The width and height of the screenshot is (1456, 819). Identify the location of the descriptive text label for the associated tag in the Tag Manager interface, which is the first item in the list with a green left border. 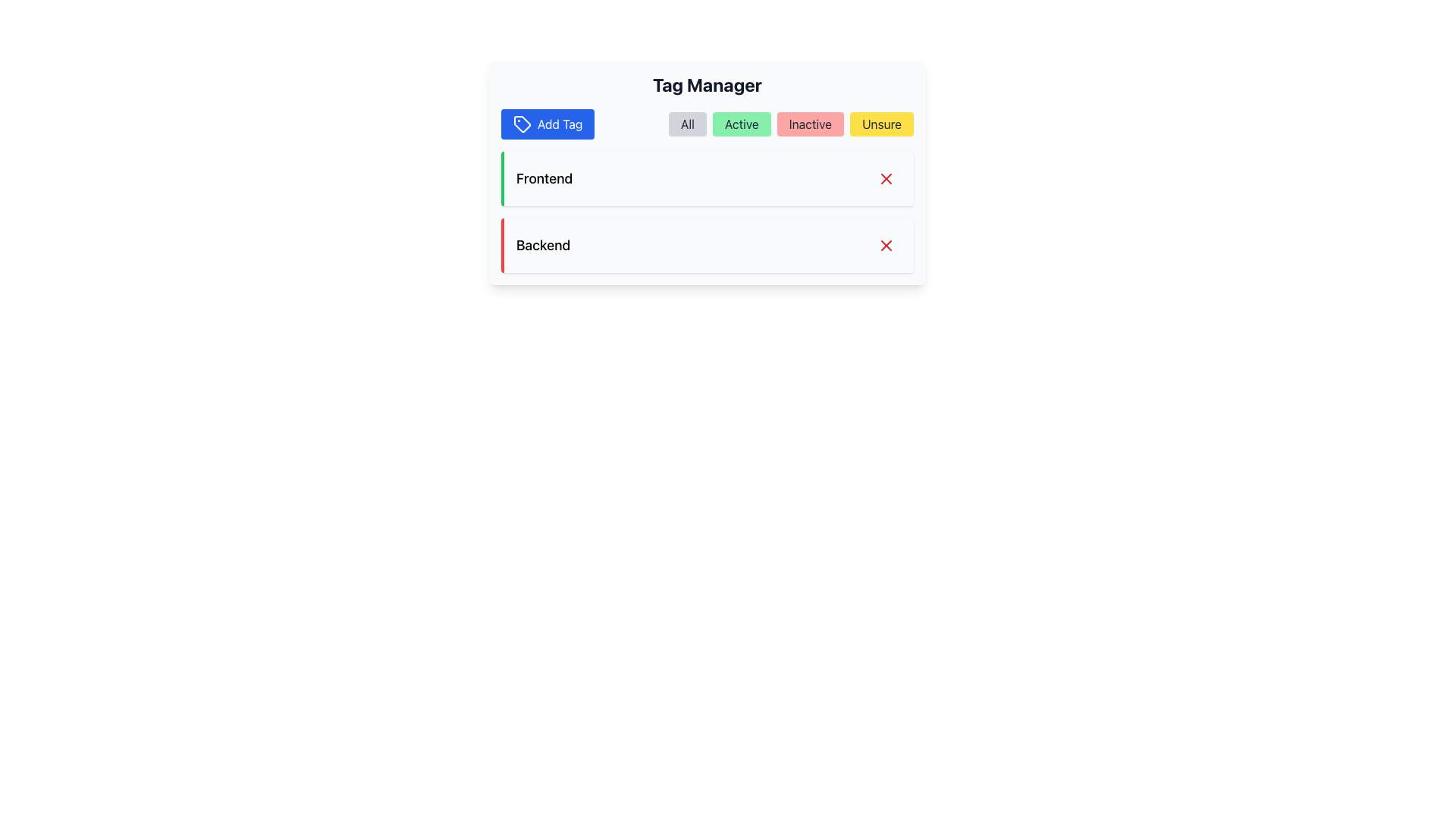
(544, 177).